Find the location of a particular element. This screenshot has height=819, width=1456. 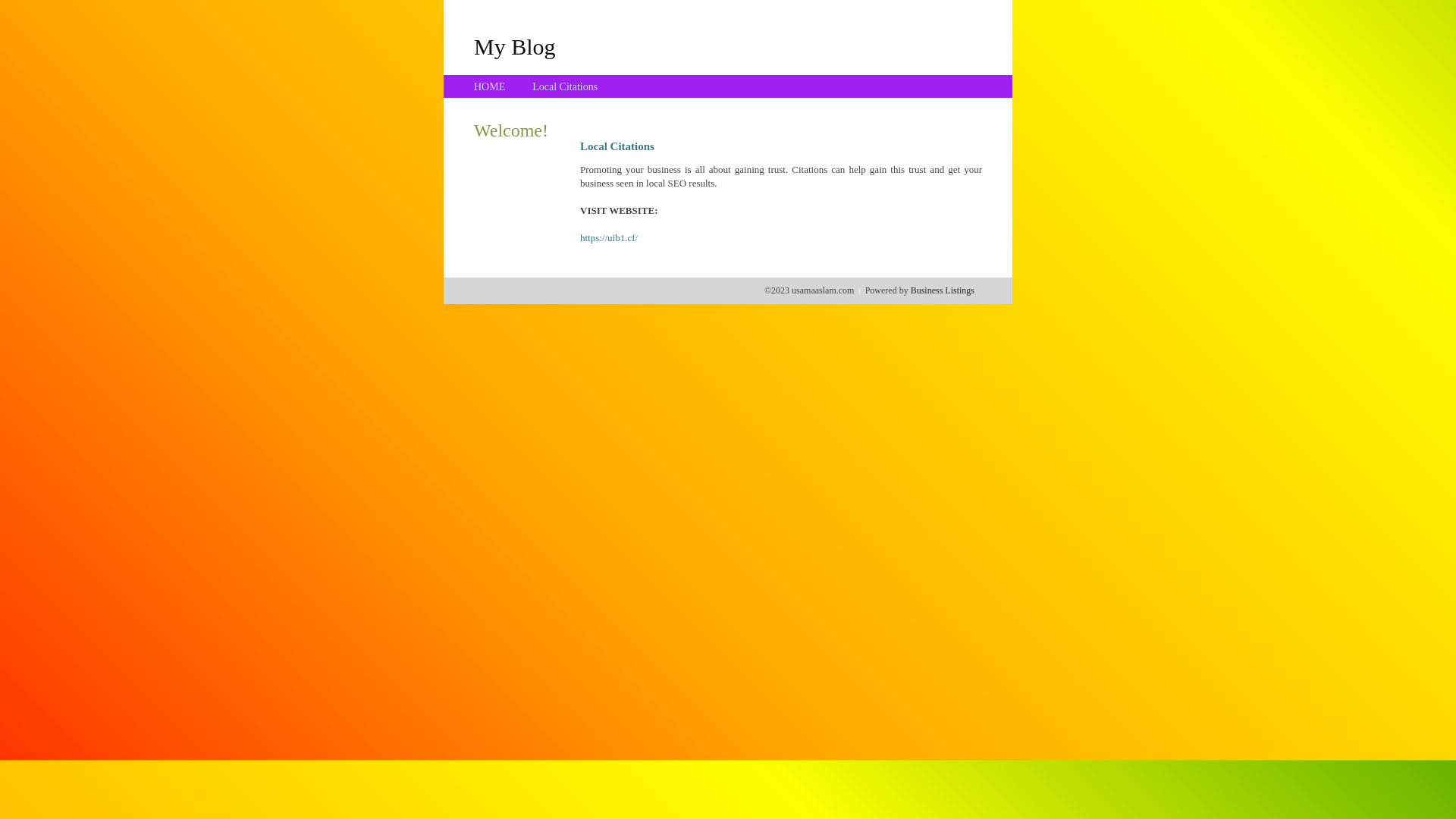

'Local Citations' is located at coordinates (563, 86).